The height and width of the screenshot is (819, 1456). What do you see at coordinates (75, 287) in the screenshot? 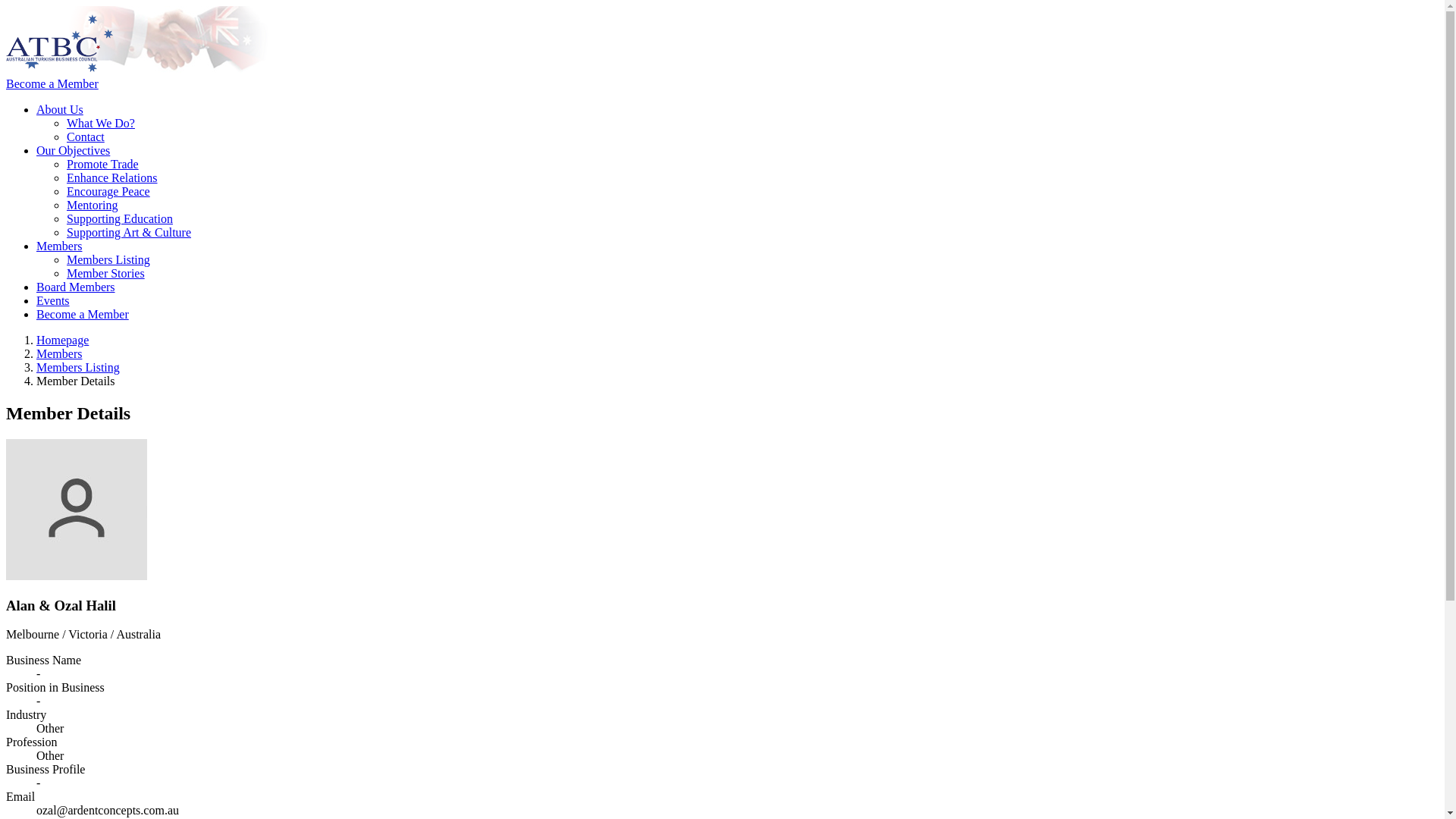
I see `'Board Members'` at bounding box center [75, 287].